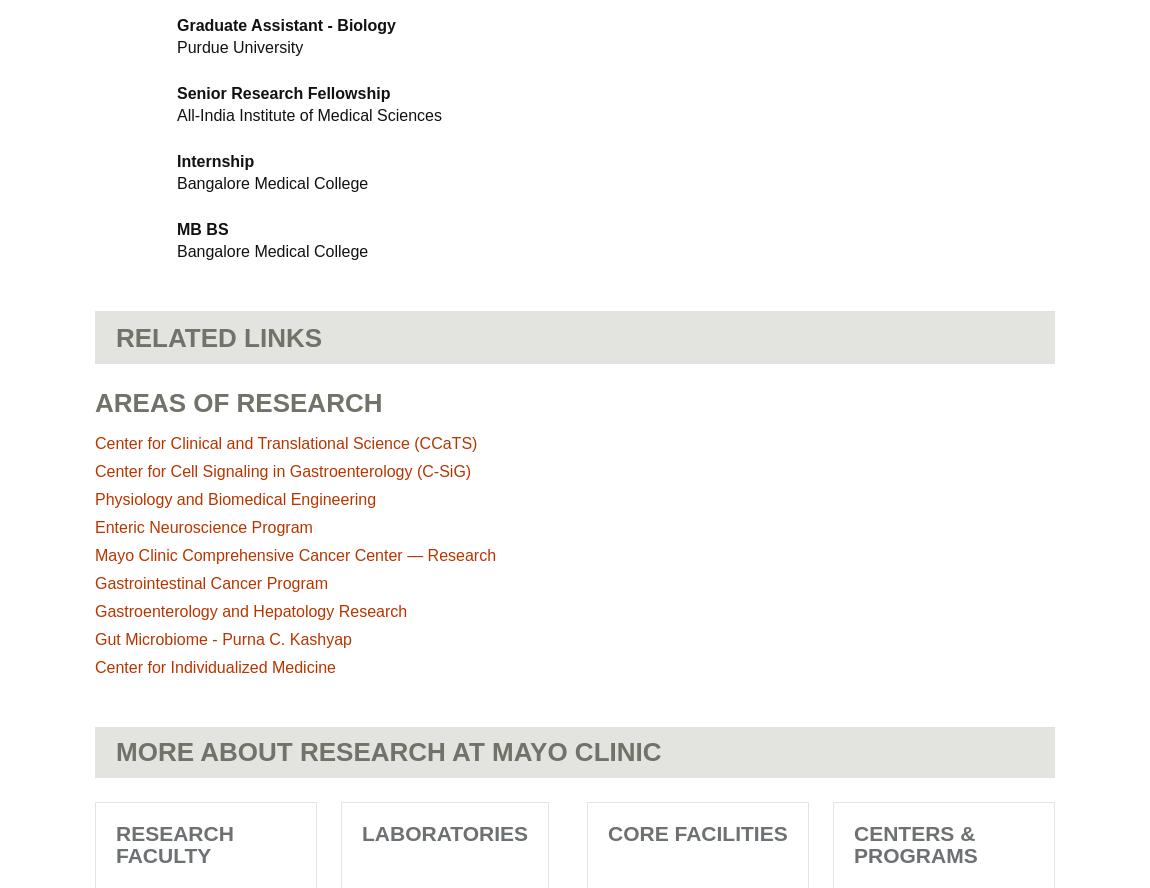 The height and width of the screenshot is (888, 1150). Describe the element at coordinates (214, 667) in the screenshot. I see `'Center for Individualized Medicine'` at that location.